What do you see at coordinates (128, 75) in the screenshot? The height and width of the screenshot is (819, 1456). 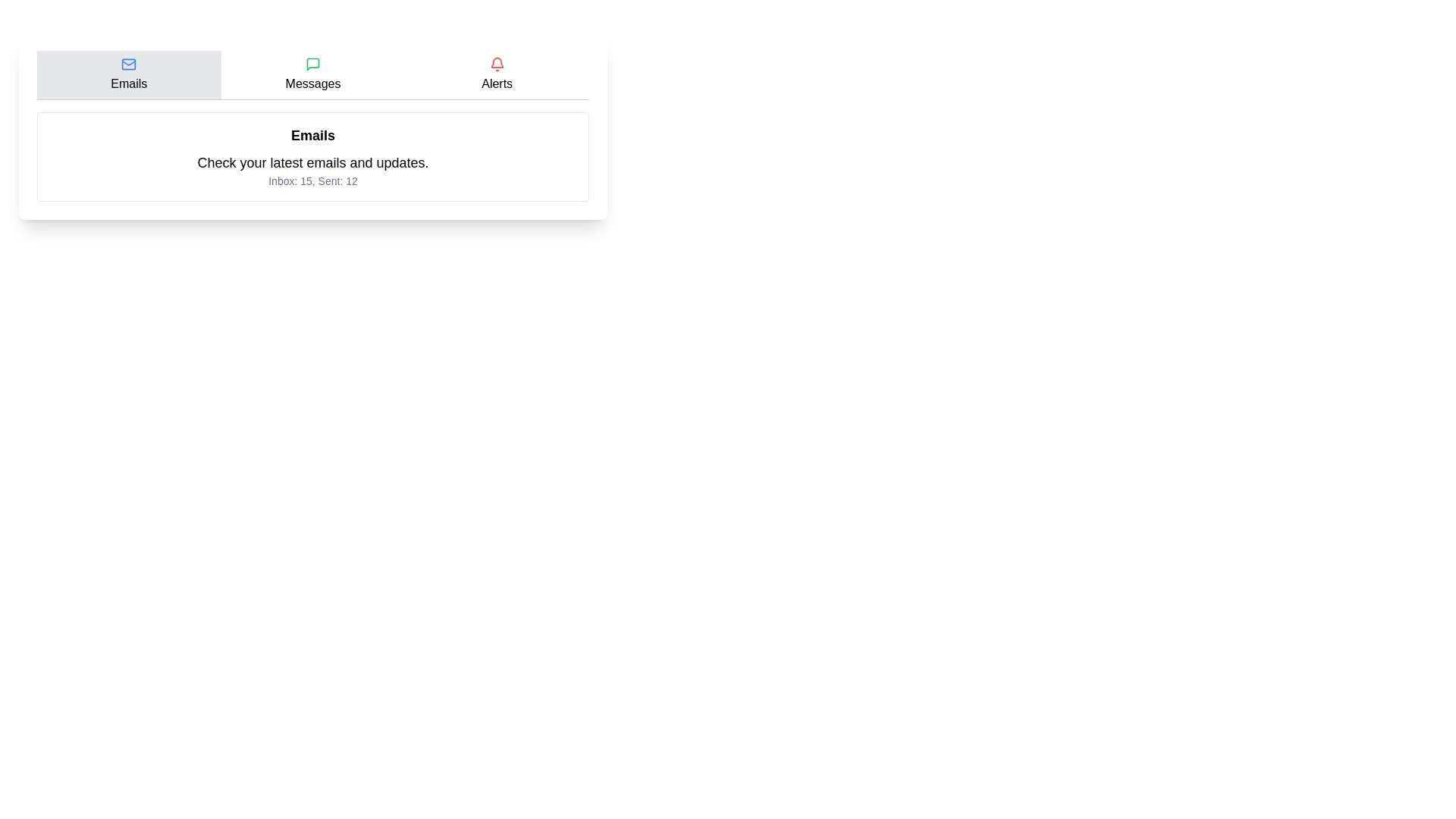 I see `the Emails tab` at bounding box center [128, 75].